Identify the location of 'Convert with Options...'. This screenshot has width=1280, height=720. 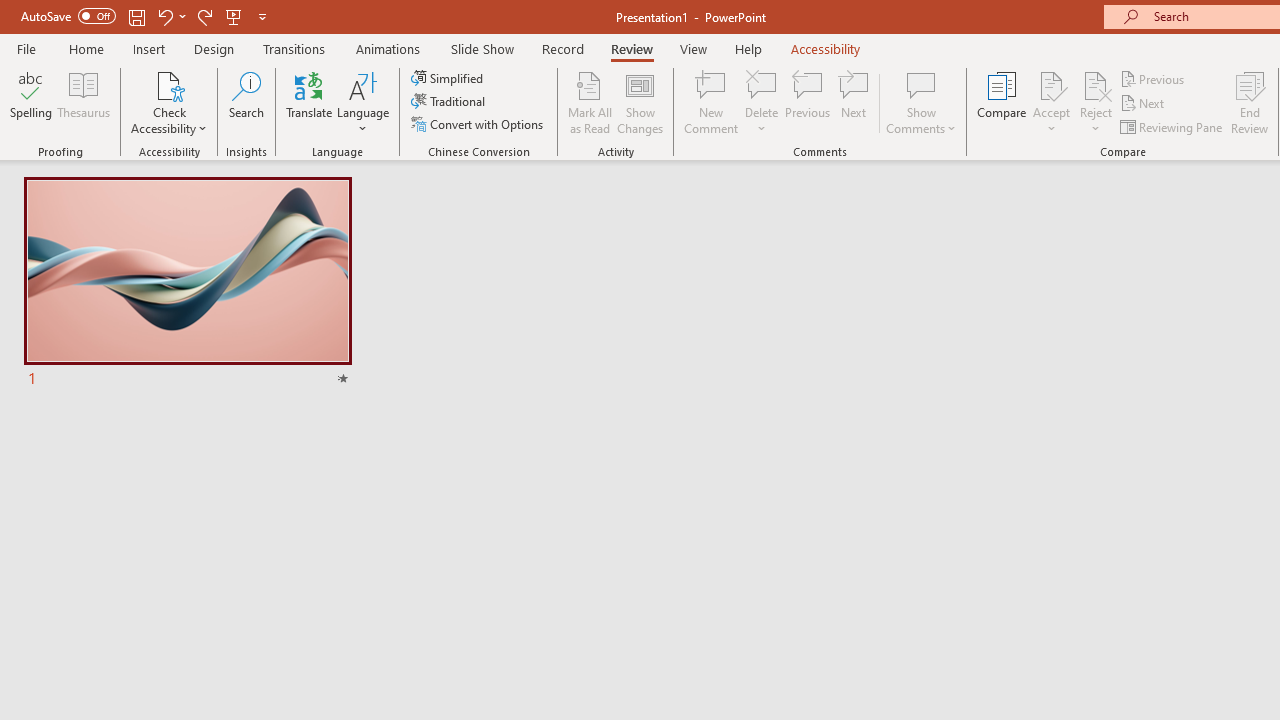
(478, 124).